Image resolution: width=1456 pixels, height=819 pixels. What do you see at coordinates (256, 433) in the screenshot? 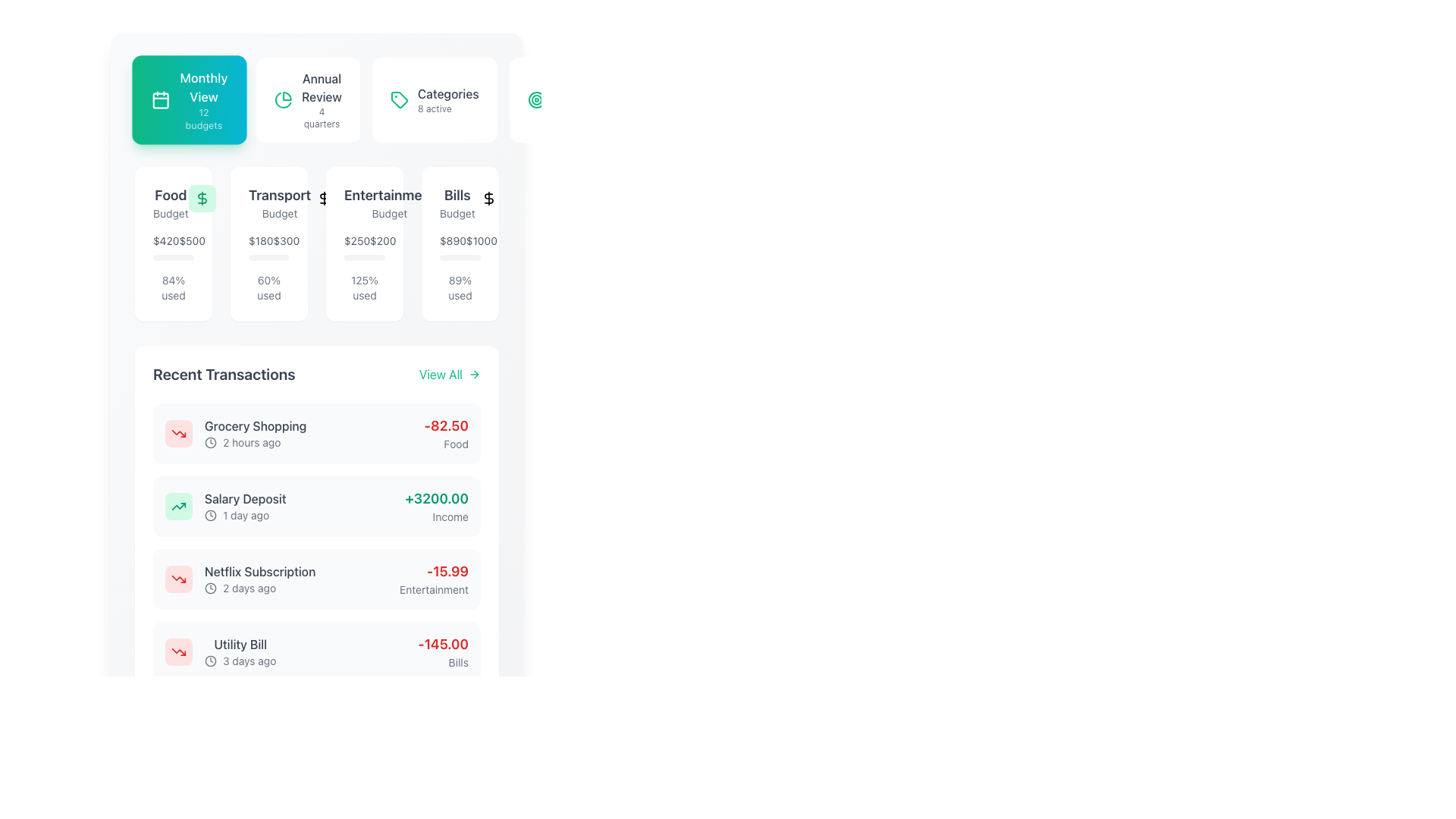
I see `the TextDisplay that shows the recent transaction labeled 'Grocery Shopping' located at the center of the 'Recent Transactions' section` at bounding box center [256, 433].